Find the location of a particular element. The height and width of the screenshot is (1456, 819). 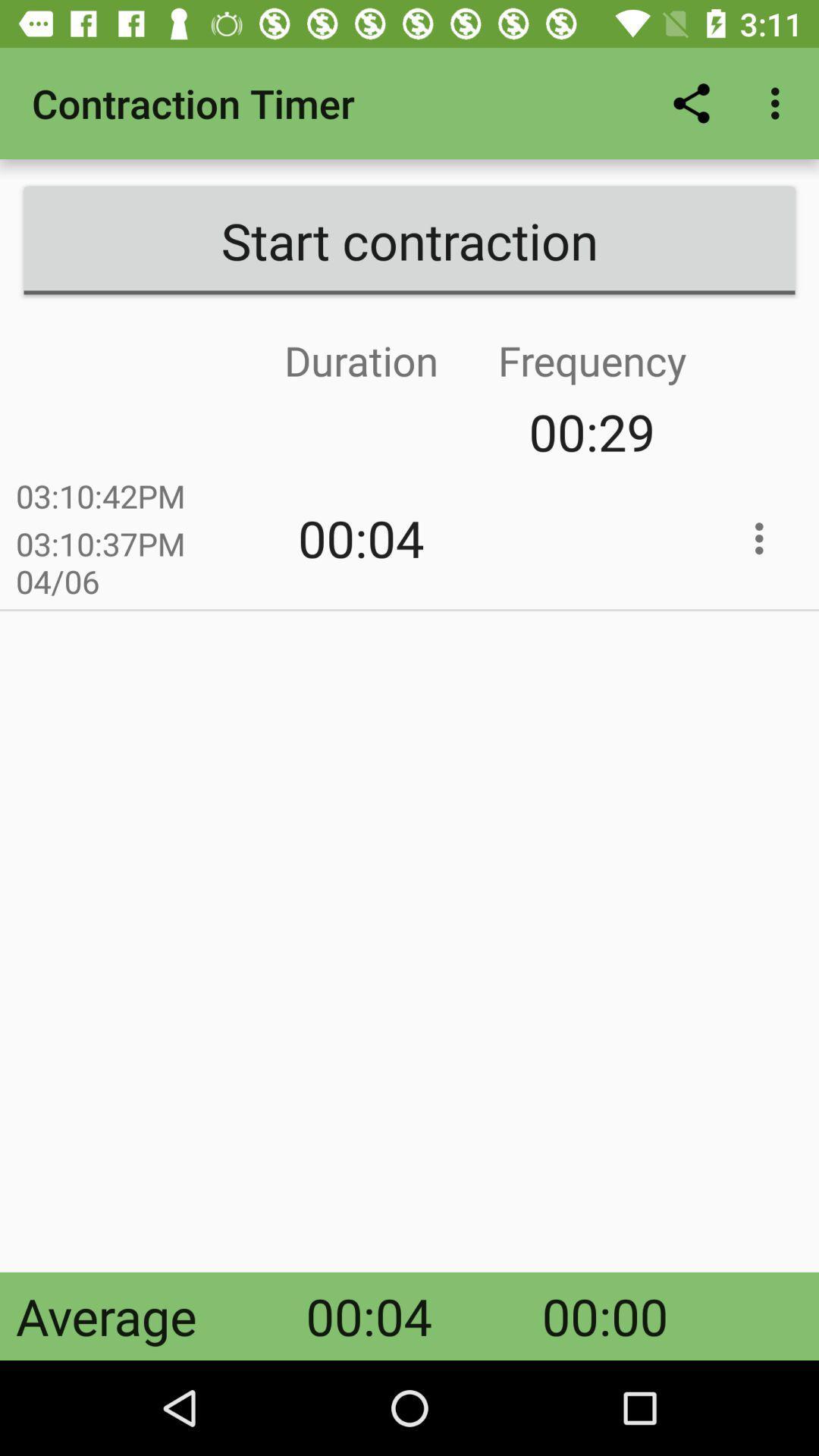

the icon above the start contraction item is located at coordinates (691, 102).